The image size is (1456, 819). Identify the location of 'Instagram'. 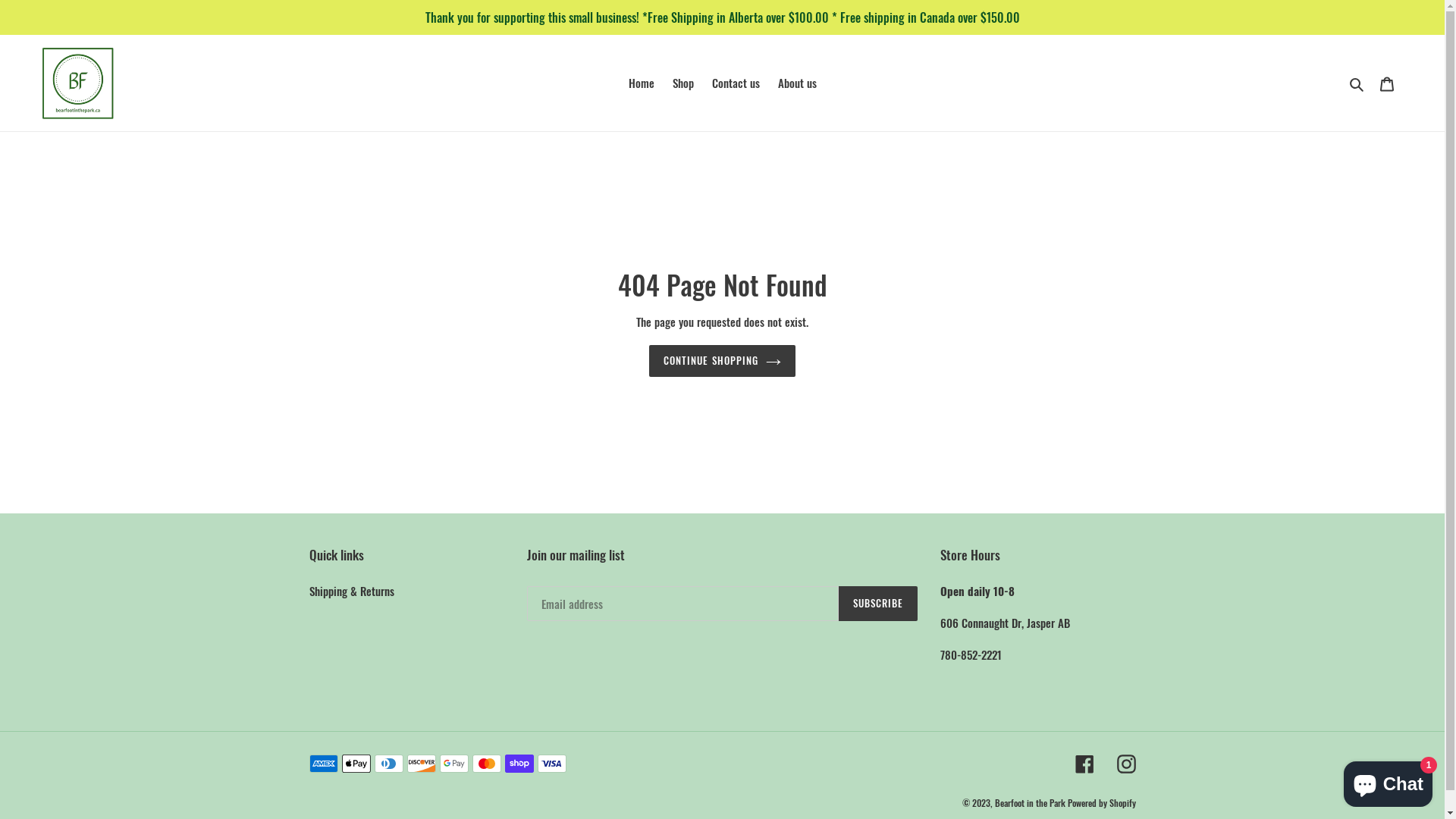
(1125, 763).